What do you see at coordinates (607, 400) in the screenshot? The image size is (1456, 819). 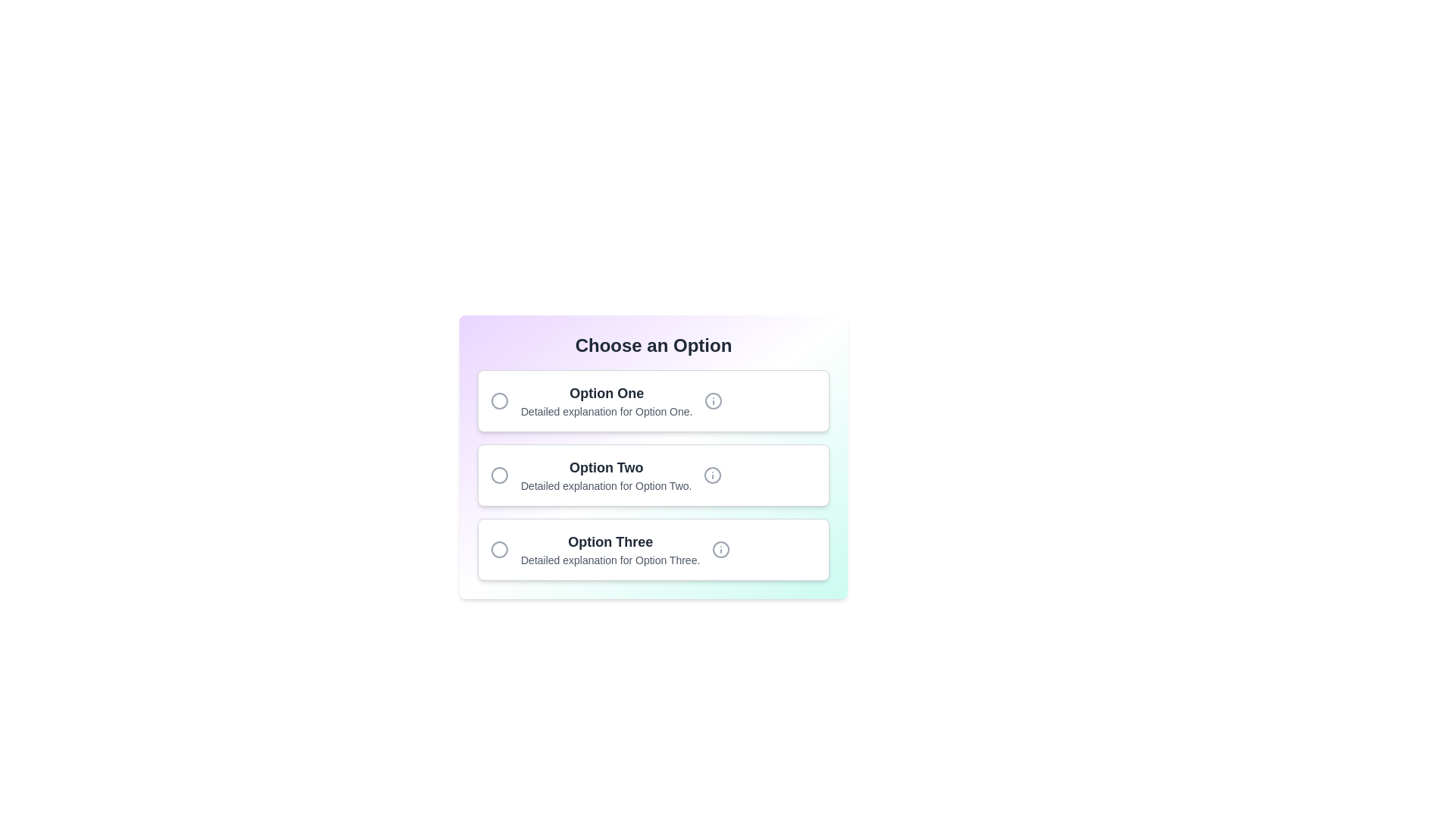 I see `the Option label for the first selectable option in the vertically stacked list` at bounding box center [607, 400].